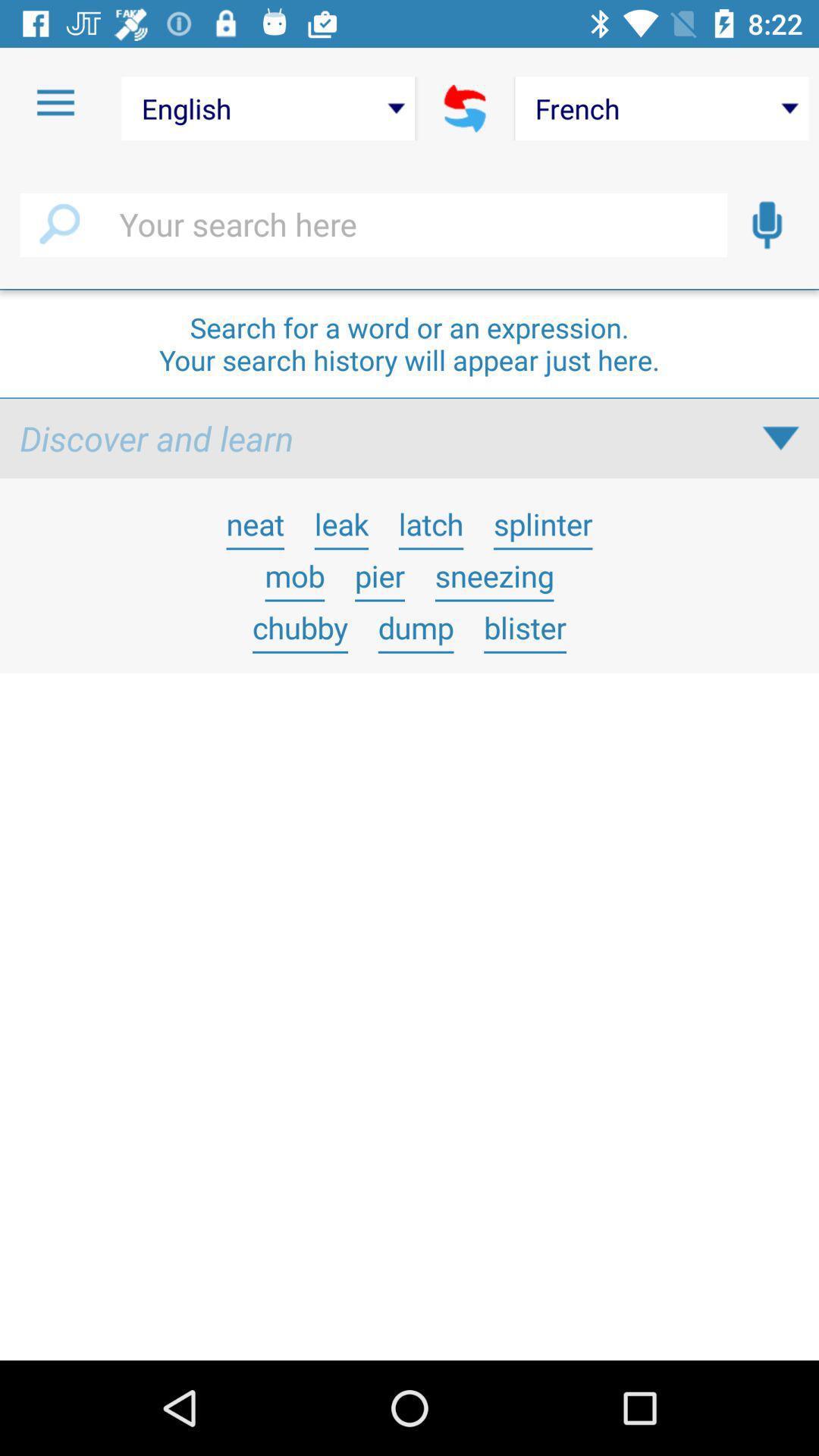  What do you see at coordinates (464, 108) in the screenshot?
I see `swap languages` at bounding box center [464, 108].